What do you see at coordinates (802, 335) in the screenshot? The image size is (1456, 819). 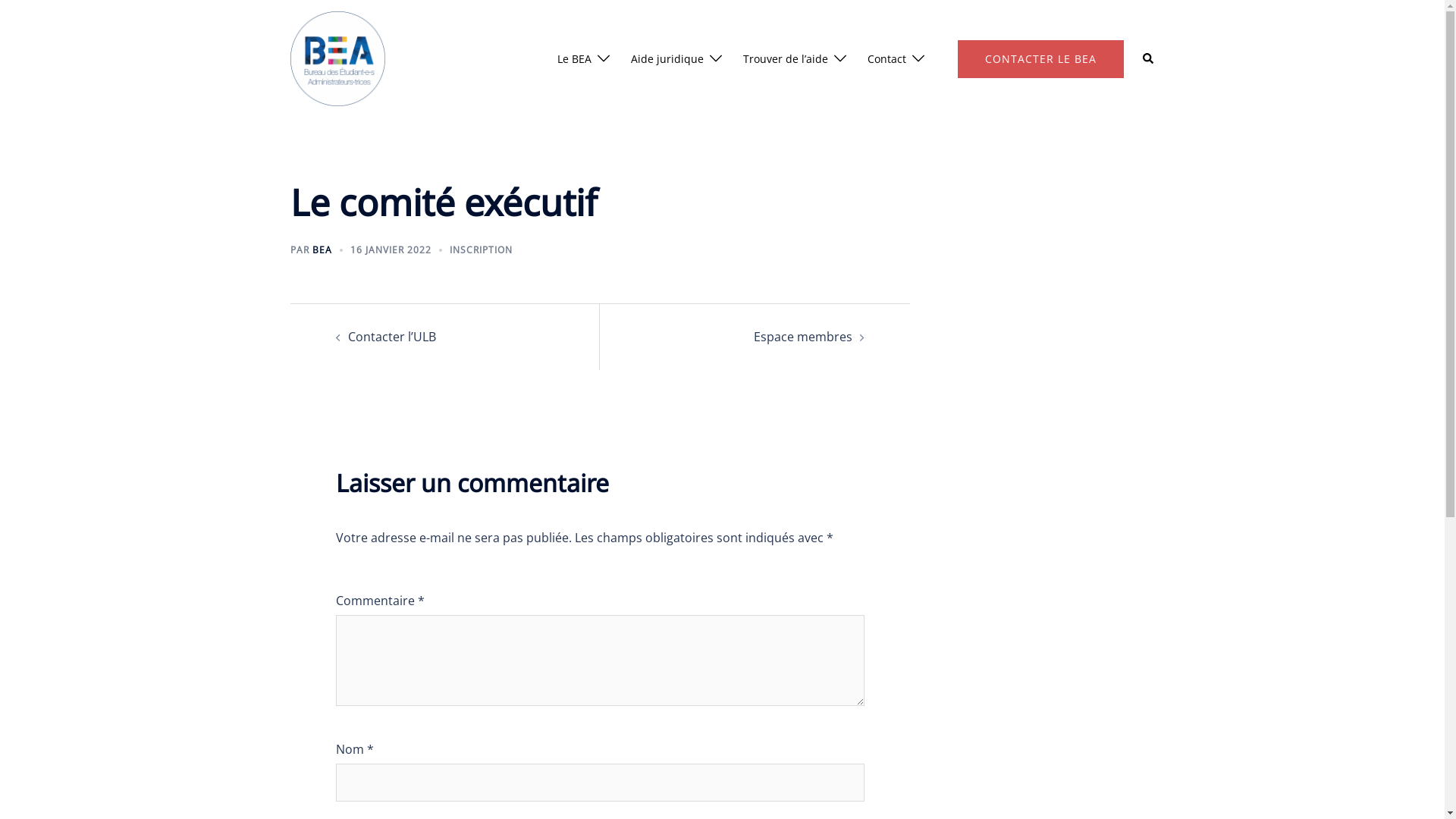 I see `'Espace membres'` at bounding box center [802, 335].